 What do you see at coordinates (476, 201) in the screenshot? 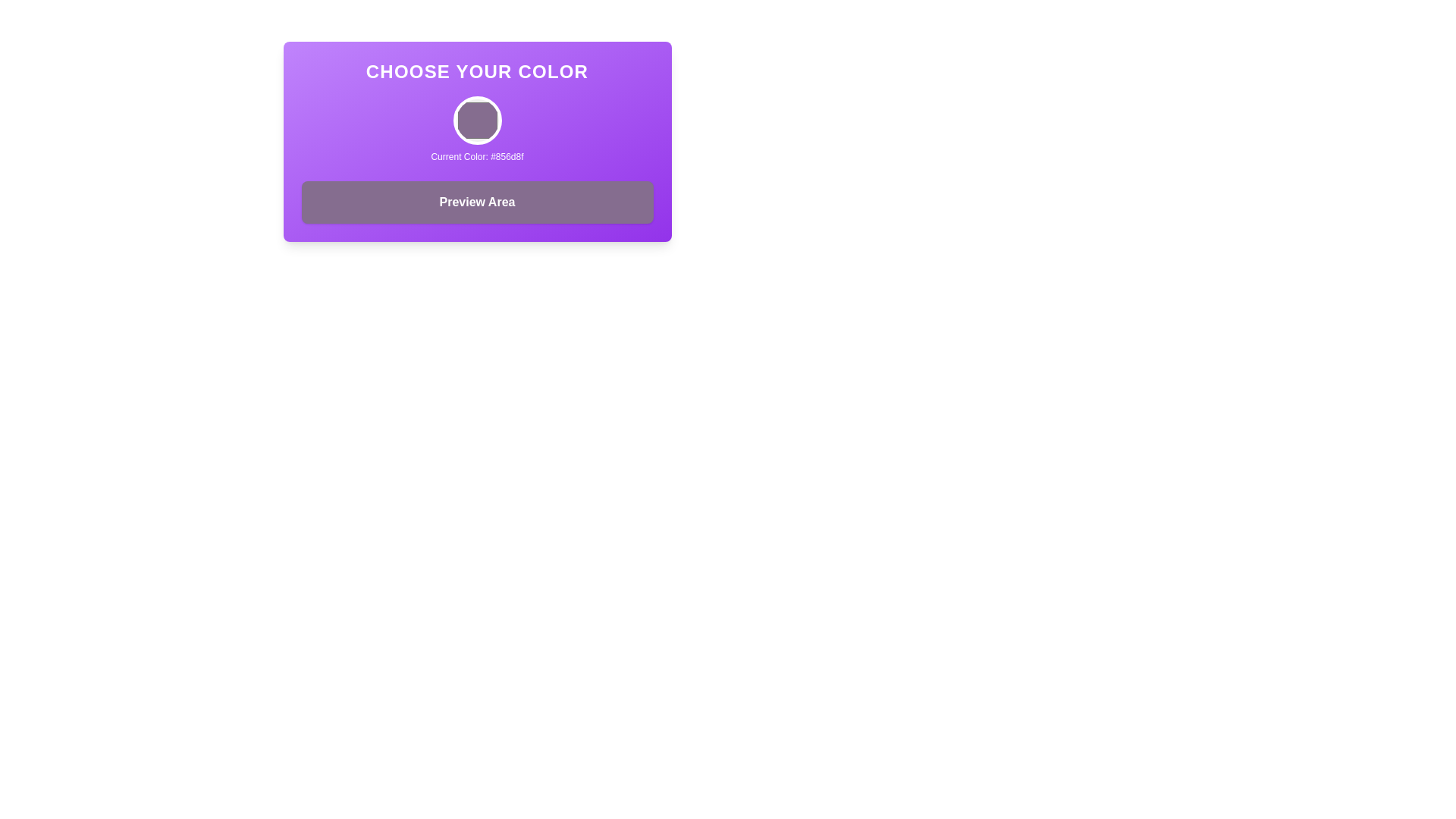
I see `the 'Preview Area' Text Display Box, which is a rectangular area with a rounded border and a purple background, containing the text 'Preview Area' in white, bold sans-serif font` at bounding box center [476, 201].